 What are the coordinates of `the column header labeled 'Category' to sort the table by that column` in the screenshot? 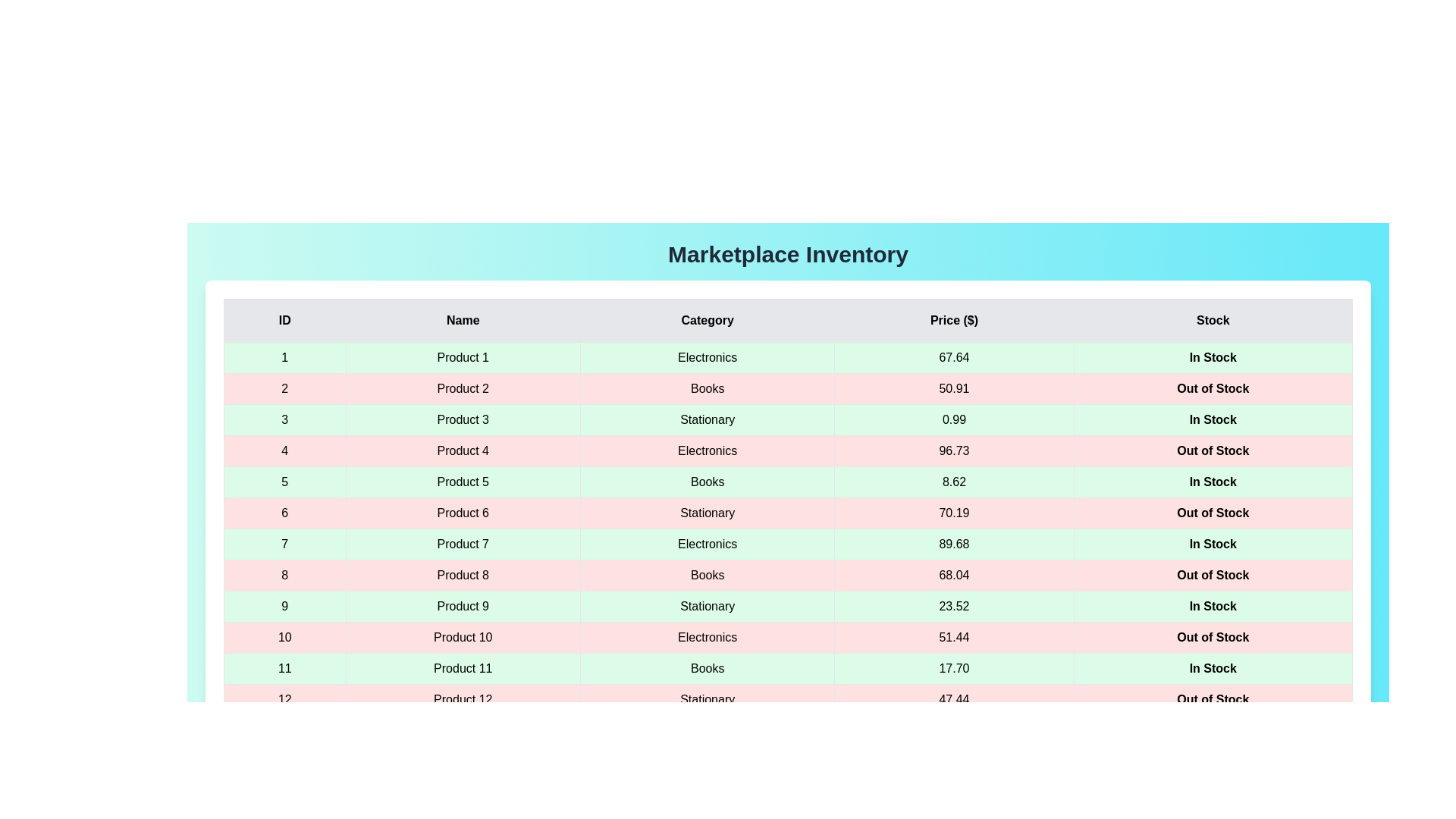 It's located at (707, 320).